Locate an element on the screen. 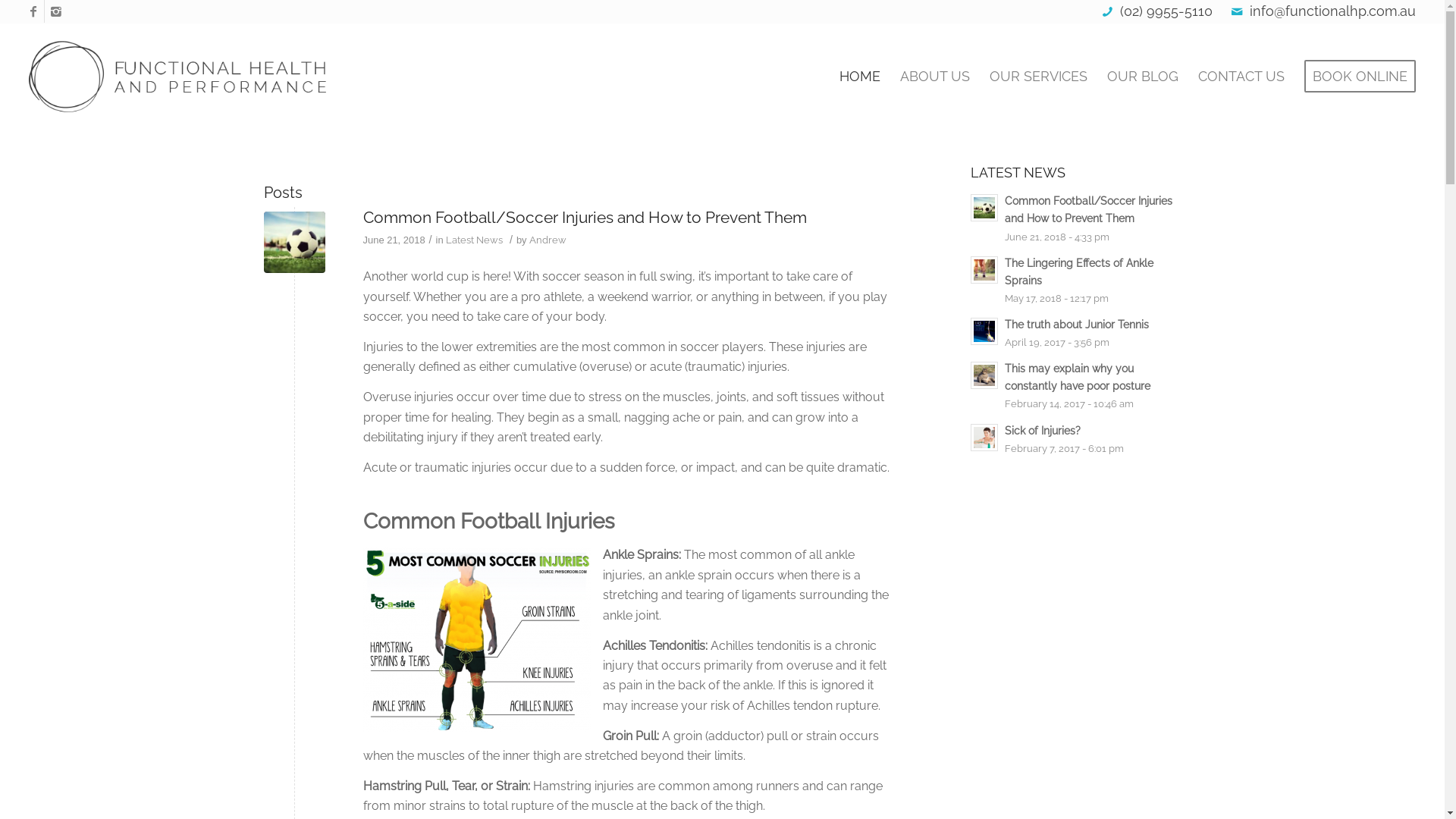  'Andrew' is located at coordinates (547, 239).